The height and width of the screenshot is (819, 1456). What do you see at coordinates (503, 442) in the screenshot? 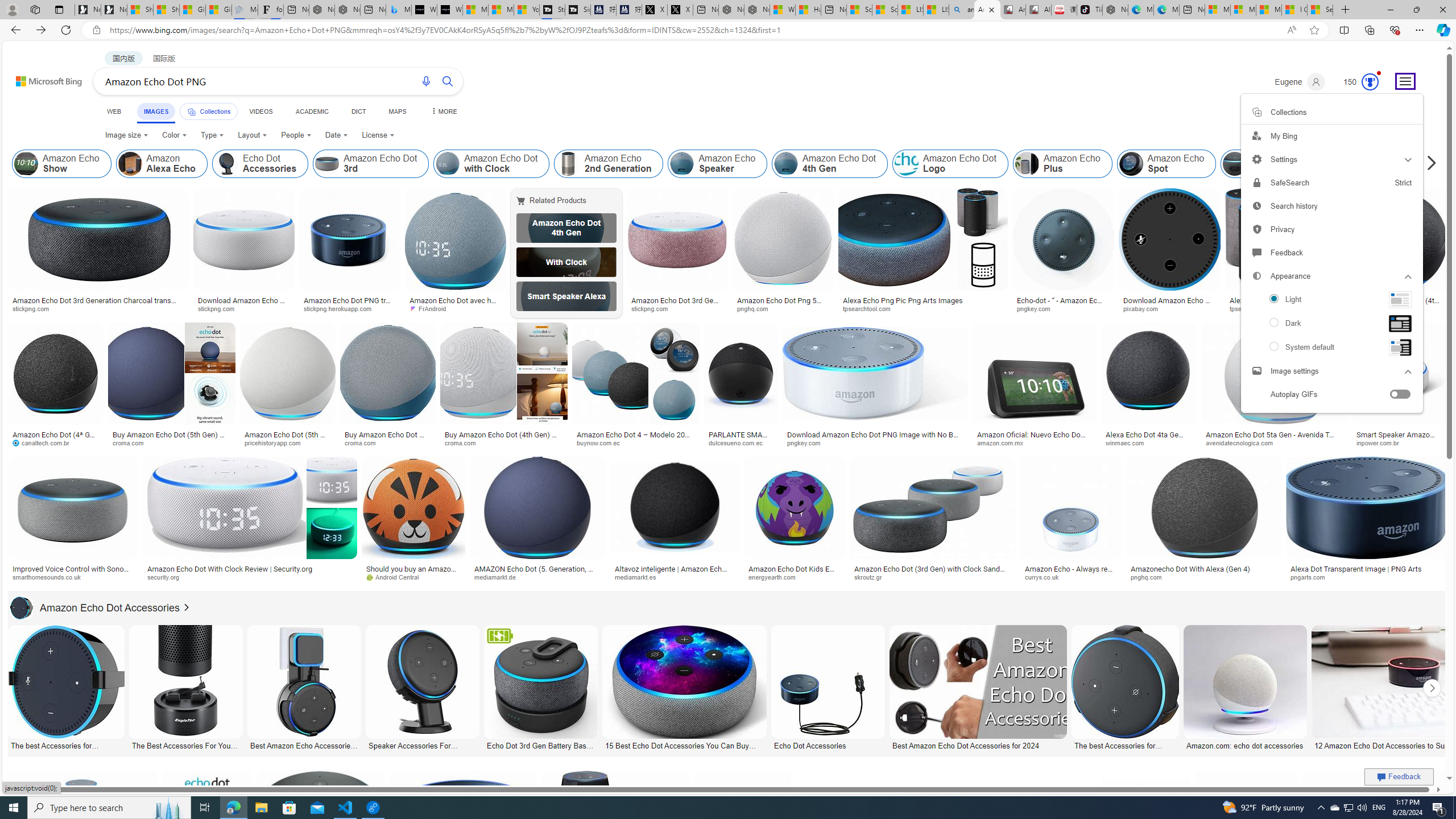
I see `'croma.com'` at bounding box center [503, 442].